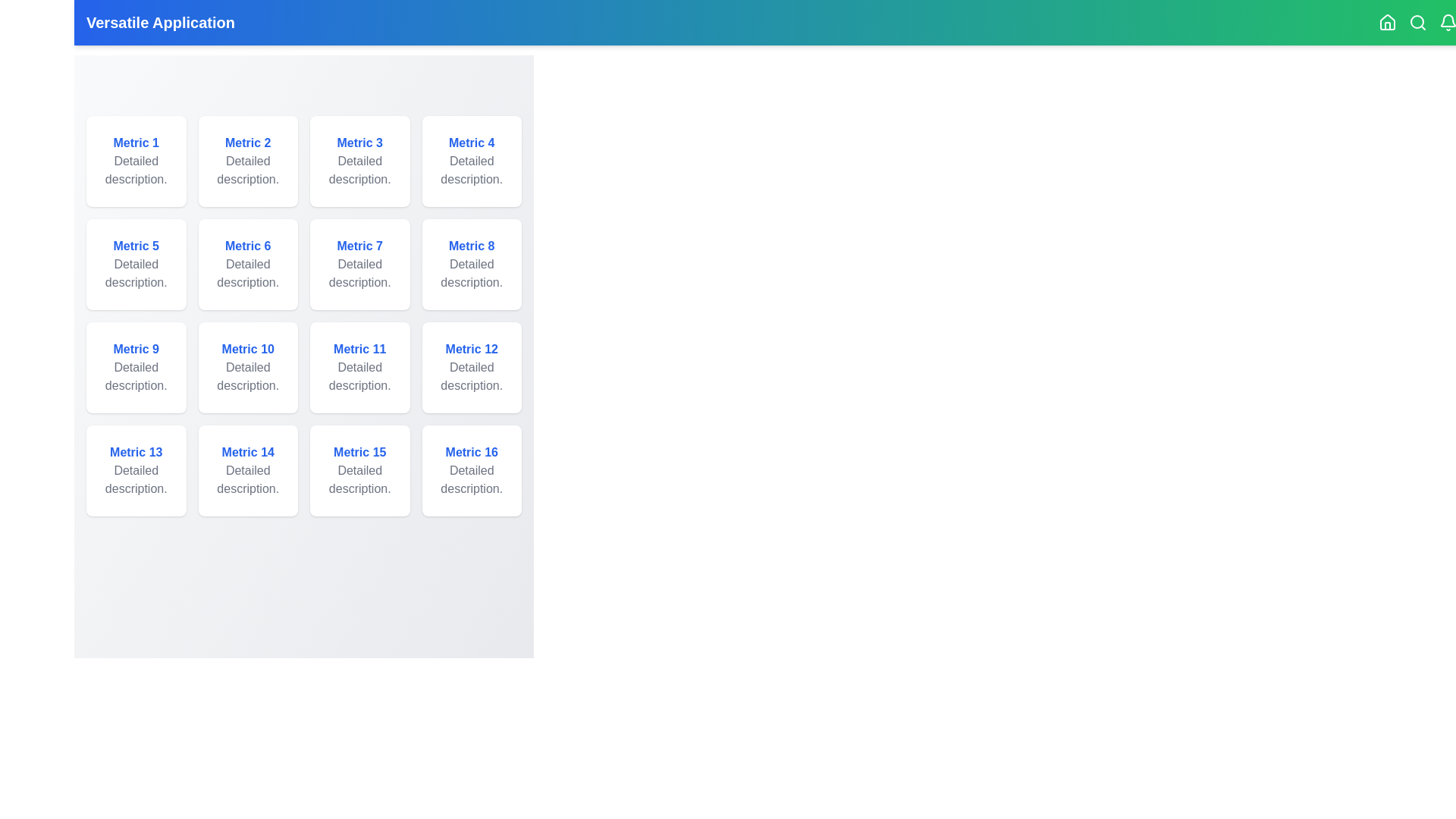 Image resolution: width=1456 pixels, height=819 pixels. What do you see at coordinates (1387, 23) in the screenshot?
I see `the Home icon in the app bar` at bounding box center [1387, 23].